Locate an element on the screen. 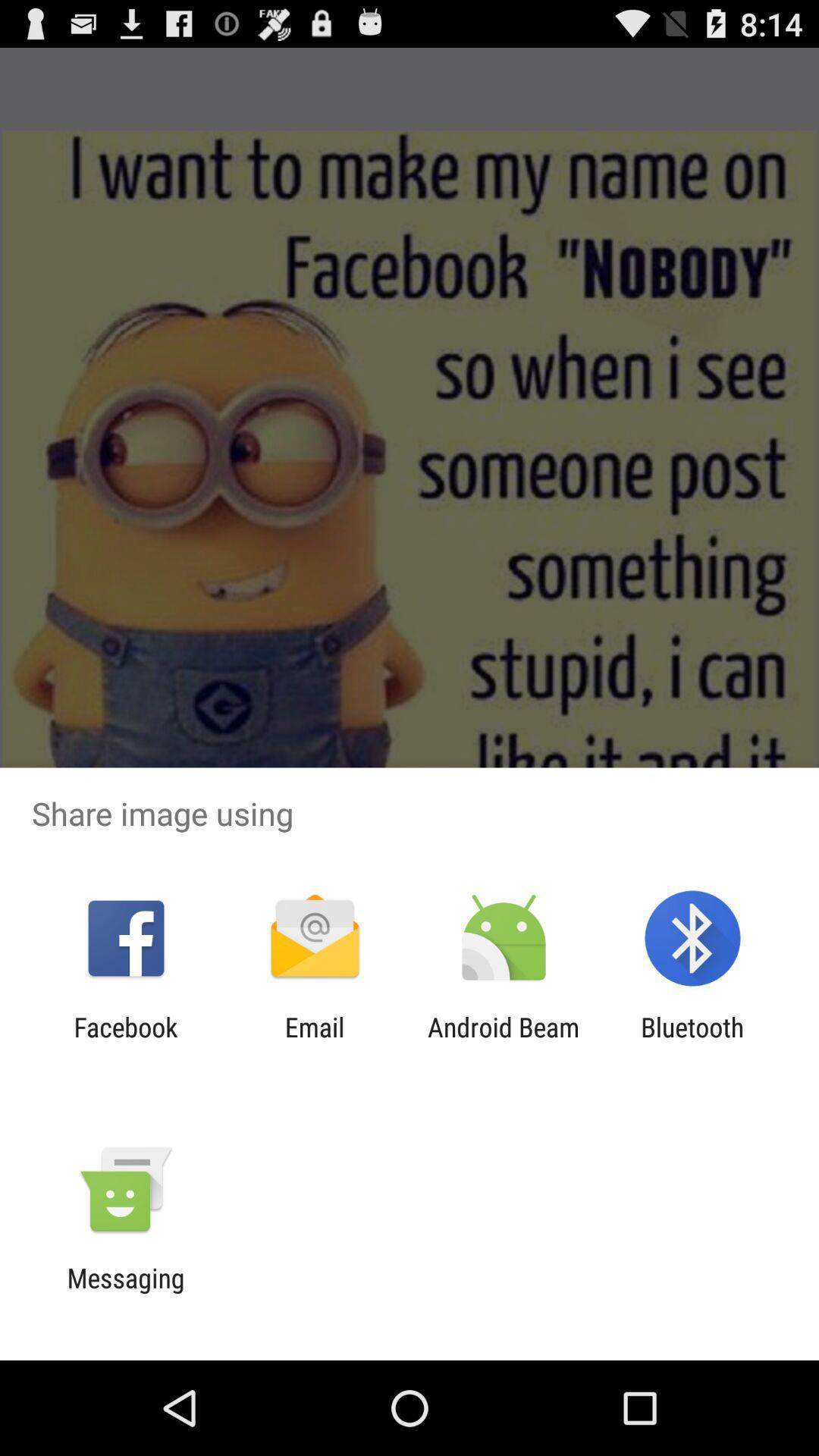 The height and width of the screenshot is (1456, 819). item next to the email icon is located at coordinates (125, 1042).